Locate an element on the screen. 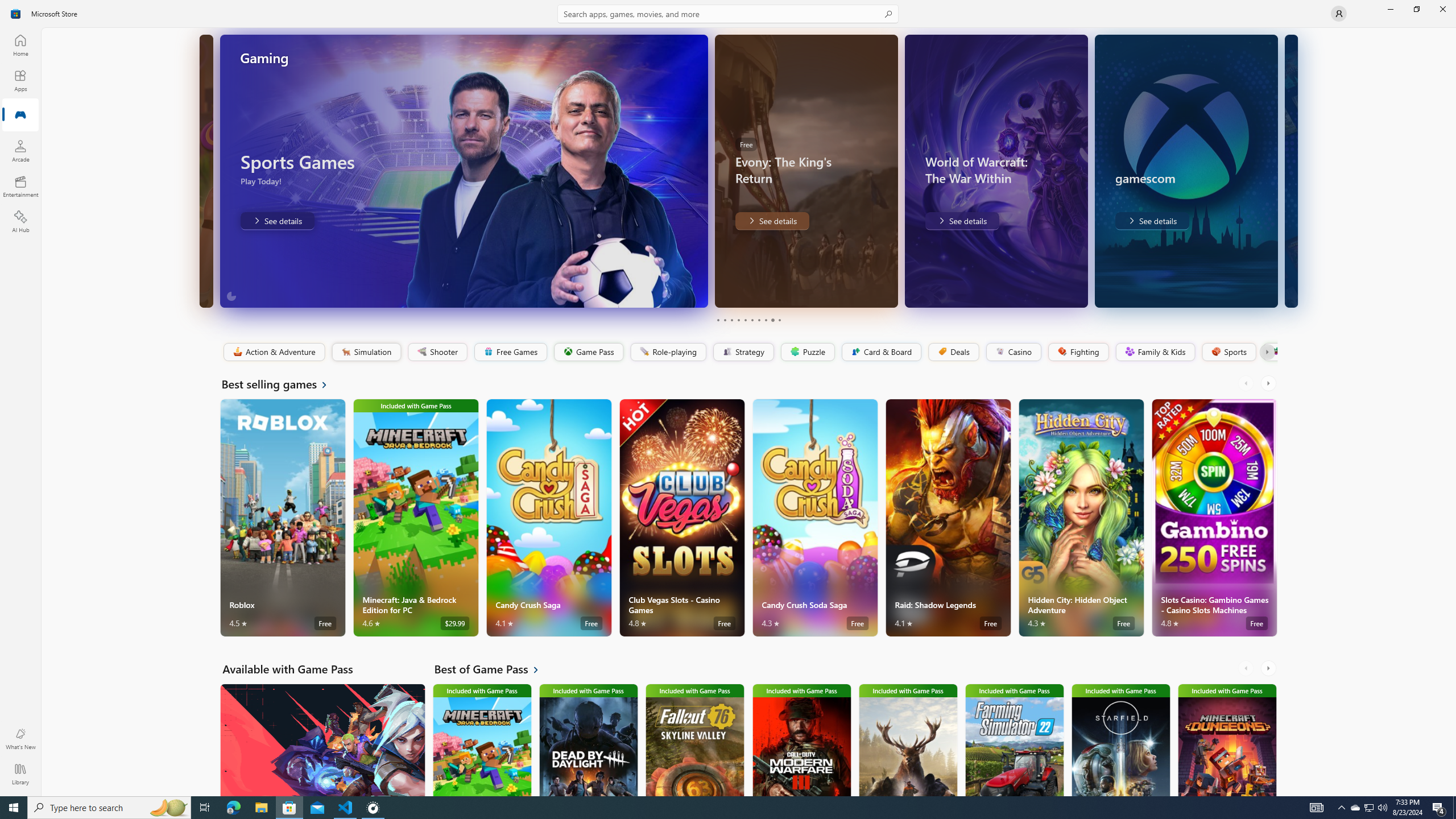 The width and height of the screenshot is (1456, 819). 'Deals' is located at coordinates (953, 351).